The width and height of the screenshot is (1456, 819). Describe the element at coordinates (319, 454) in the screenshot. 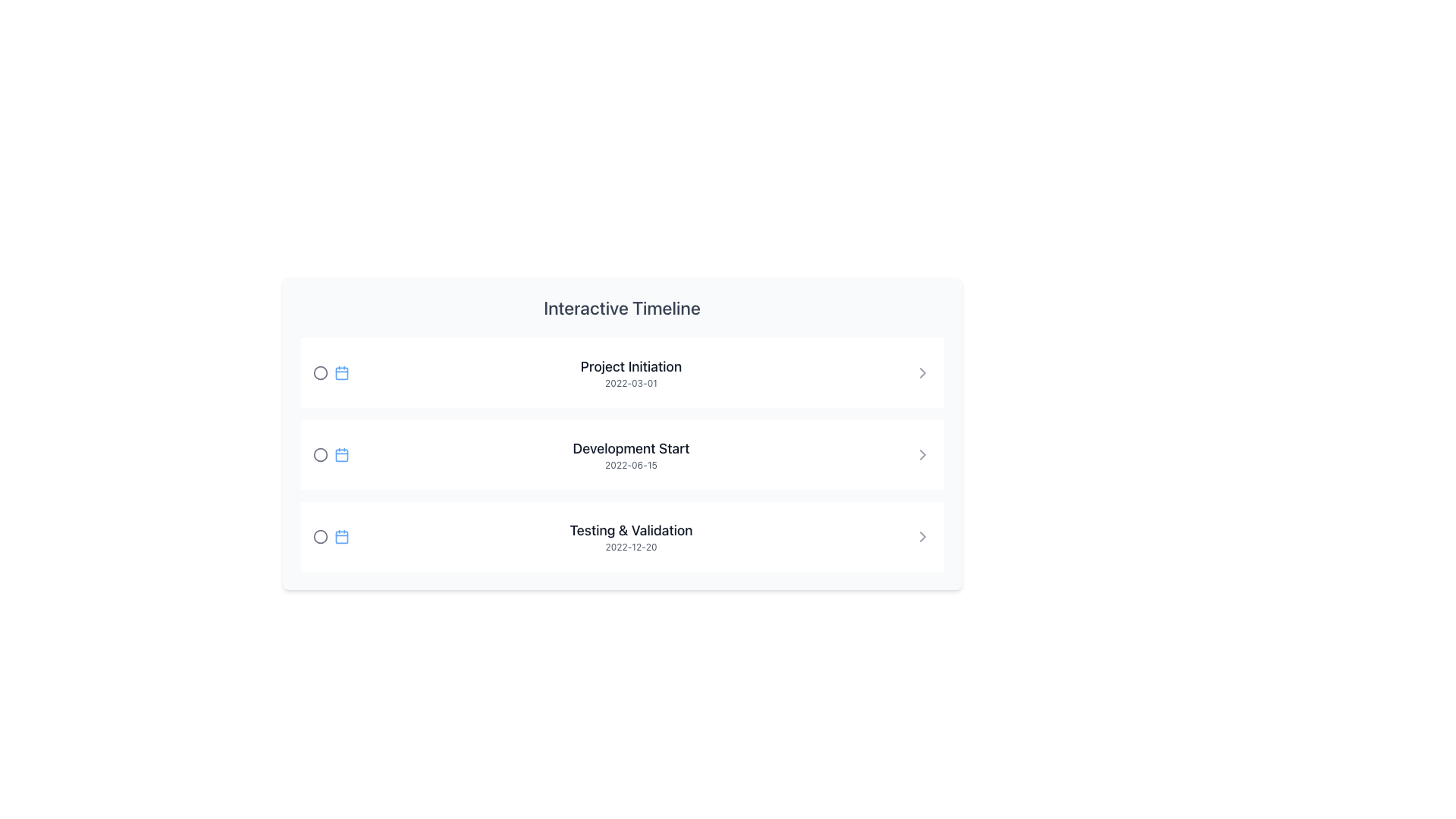

I see `the circular radio button located in the second row of the 'Interactive Timeline' list, next to the 'Development Start' label and the calendar icon` at that location.